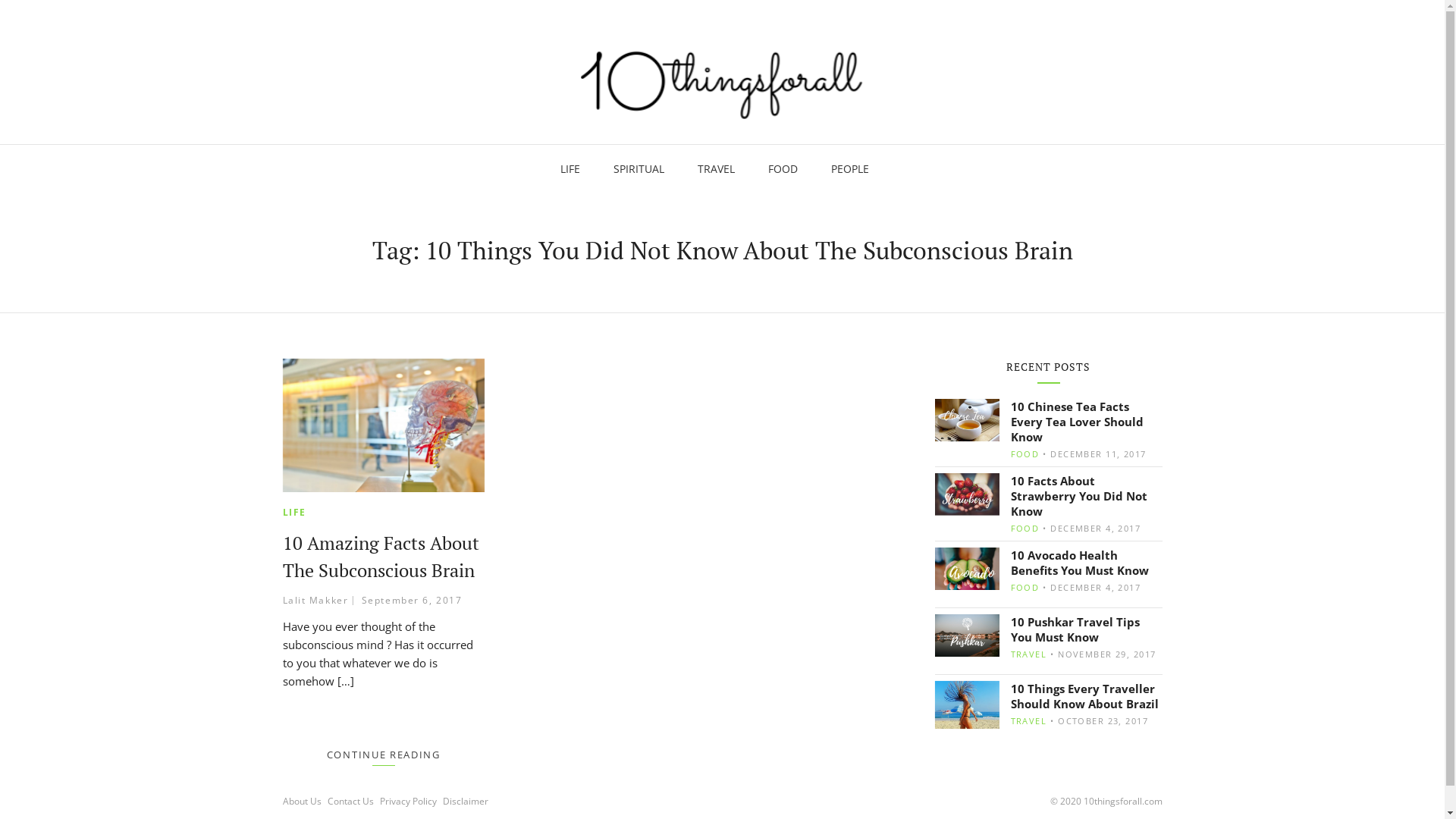  What do you see at coordinates (560, 166) in the screenshot?
I see `'LIFE'` at bounding box center [560, 166].